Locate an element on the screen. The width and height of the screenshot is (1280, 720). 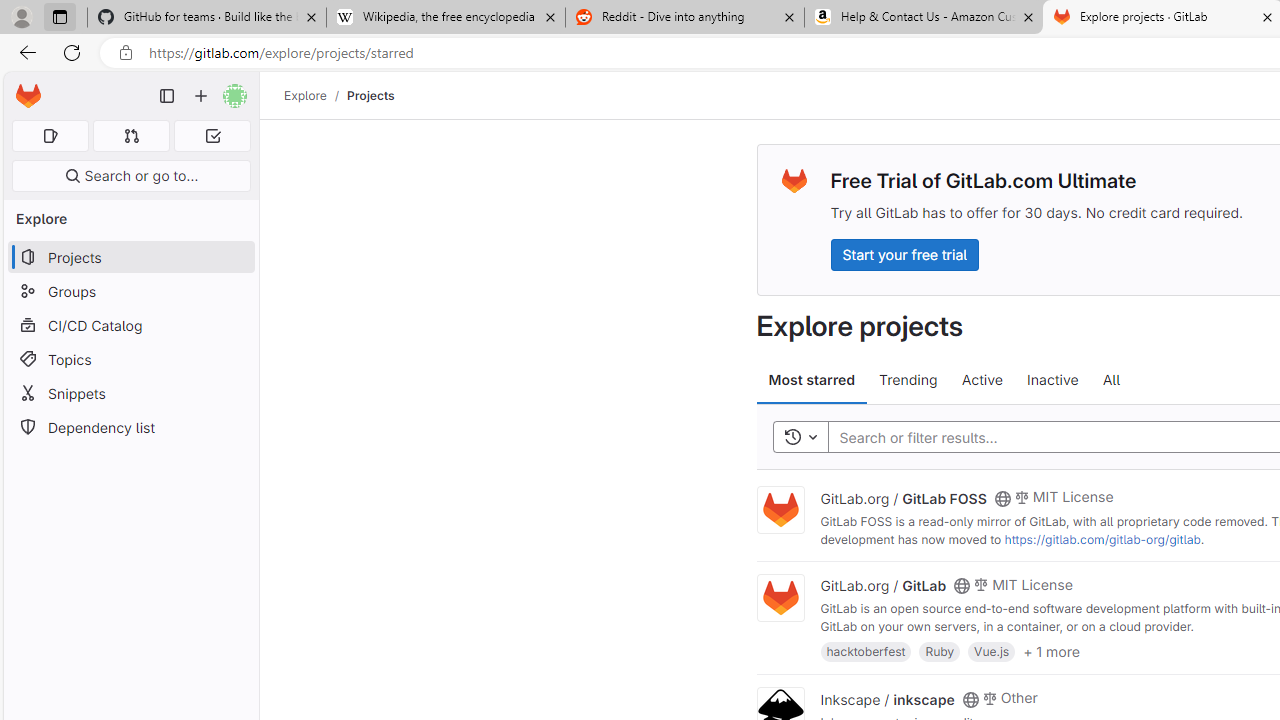
'Dependency list' is located at coordinates (130, 426).